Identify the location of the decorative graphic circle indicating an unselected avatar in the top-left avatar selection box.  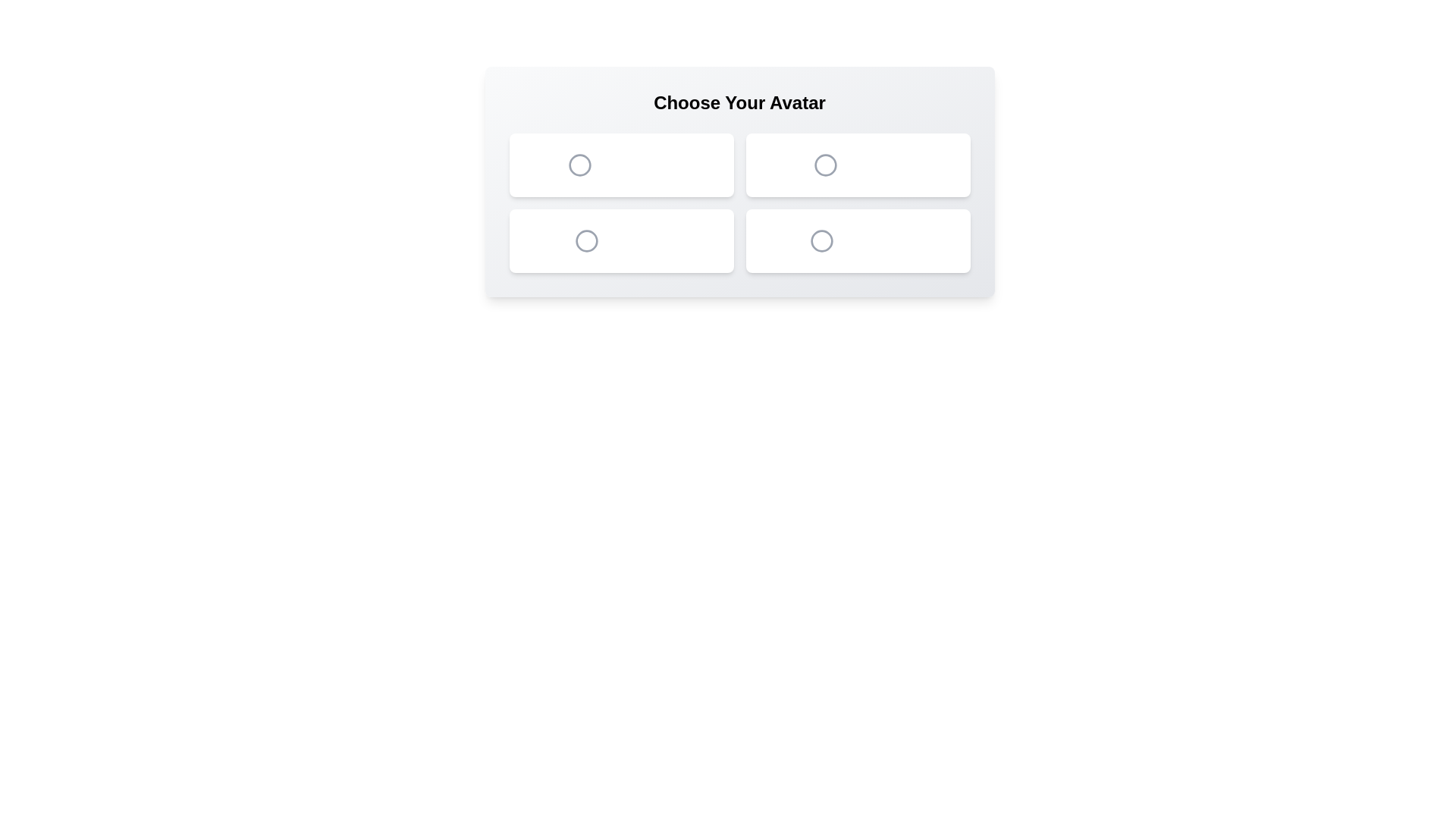
(579, 165).